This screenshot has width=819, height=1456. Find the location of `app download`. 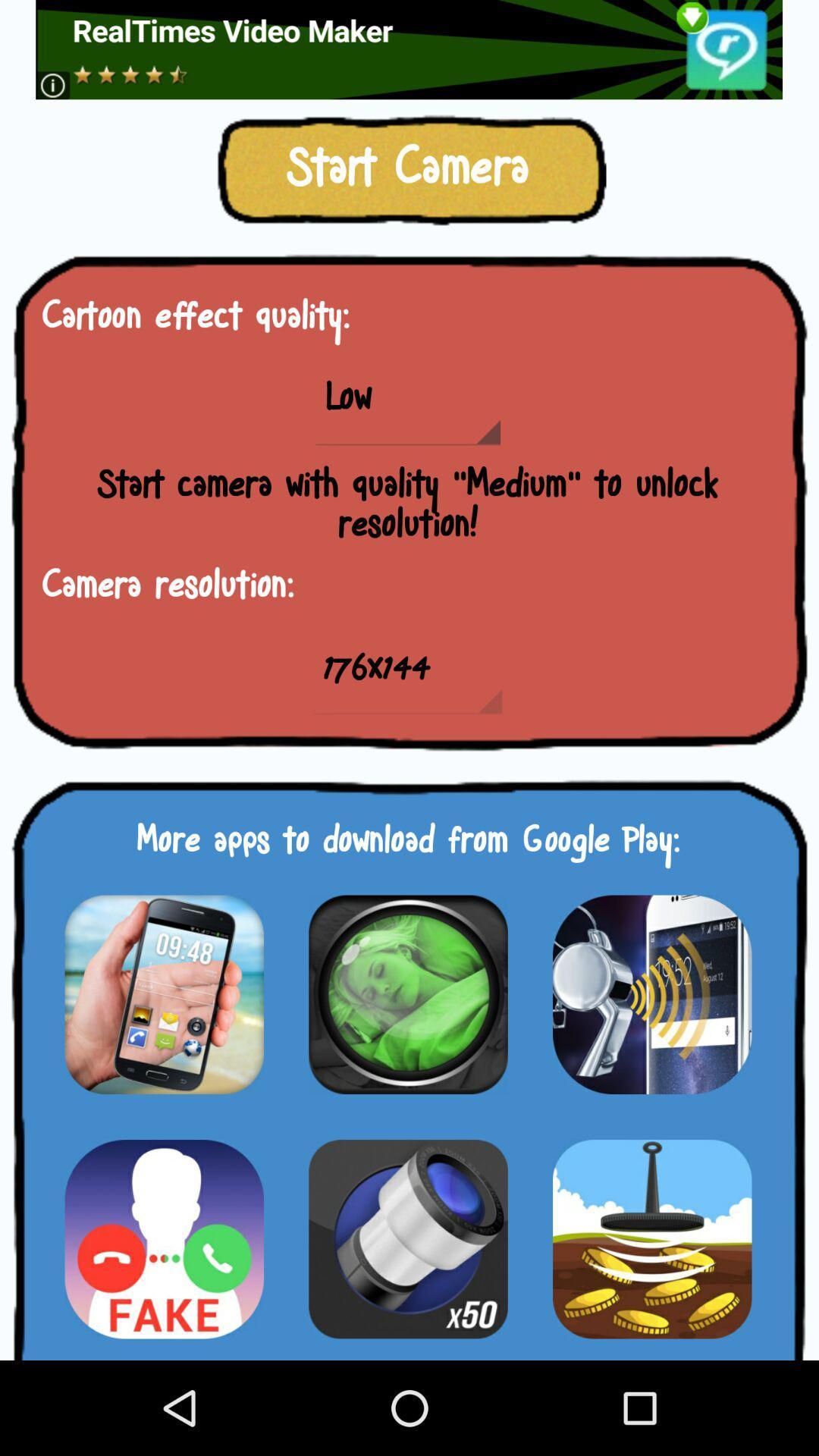

app download is located at coordinates (164, 1238).